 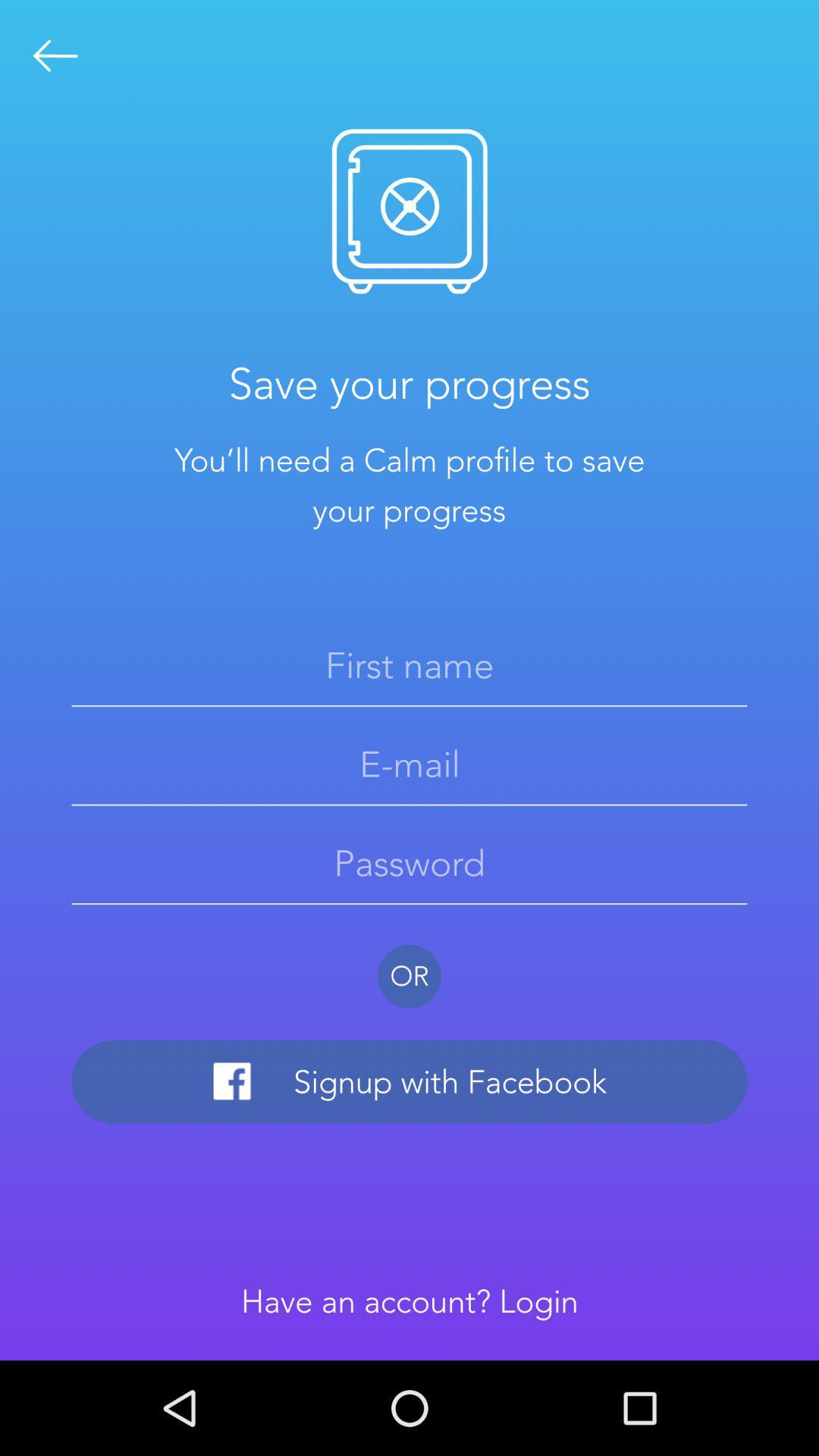 I want to click on item at the top left corner, so click(x=55, y=55).